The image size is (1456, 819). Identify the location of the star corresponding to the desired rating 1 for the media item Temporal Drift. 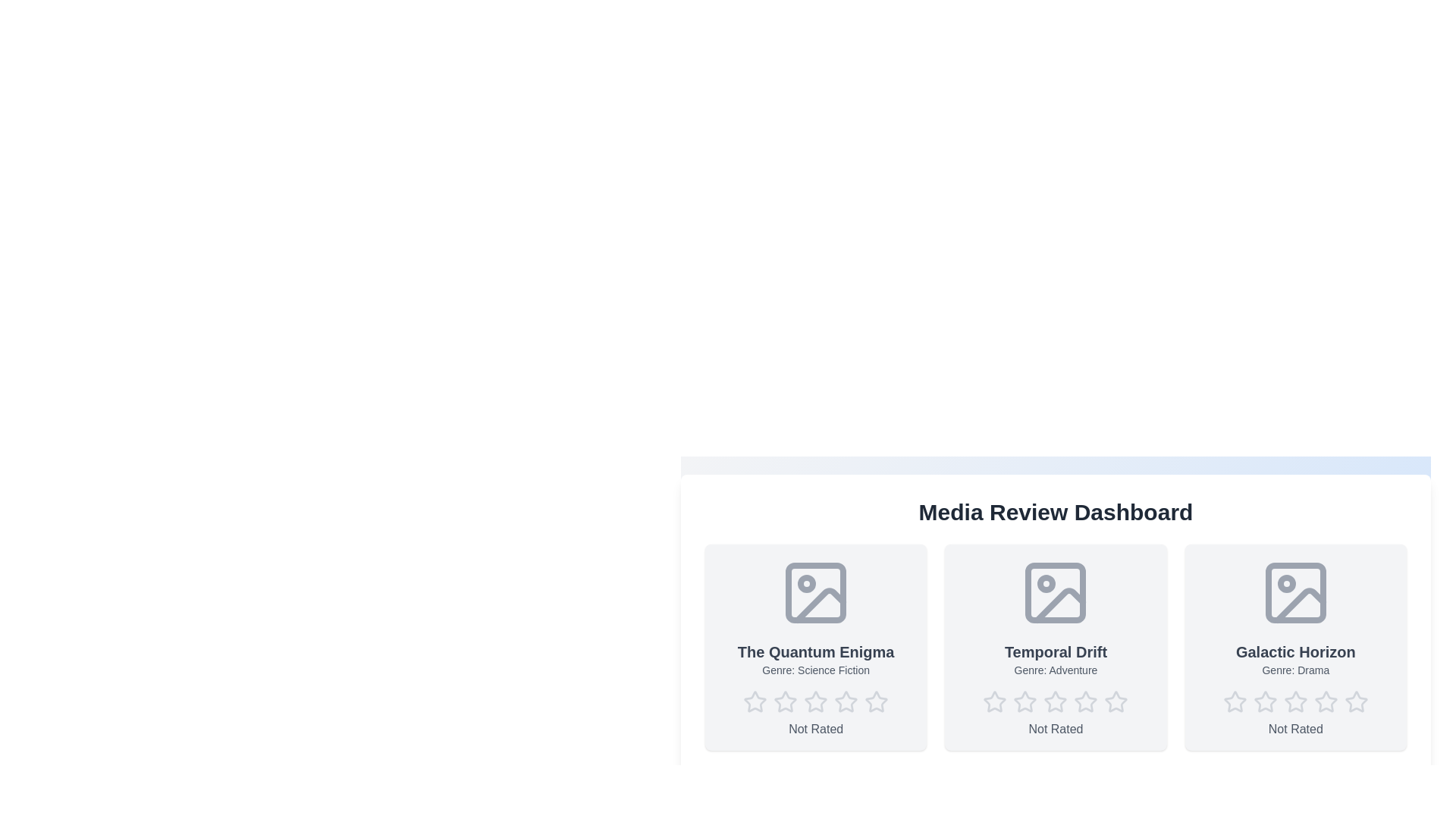
(995, 701).